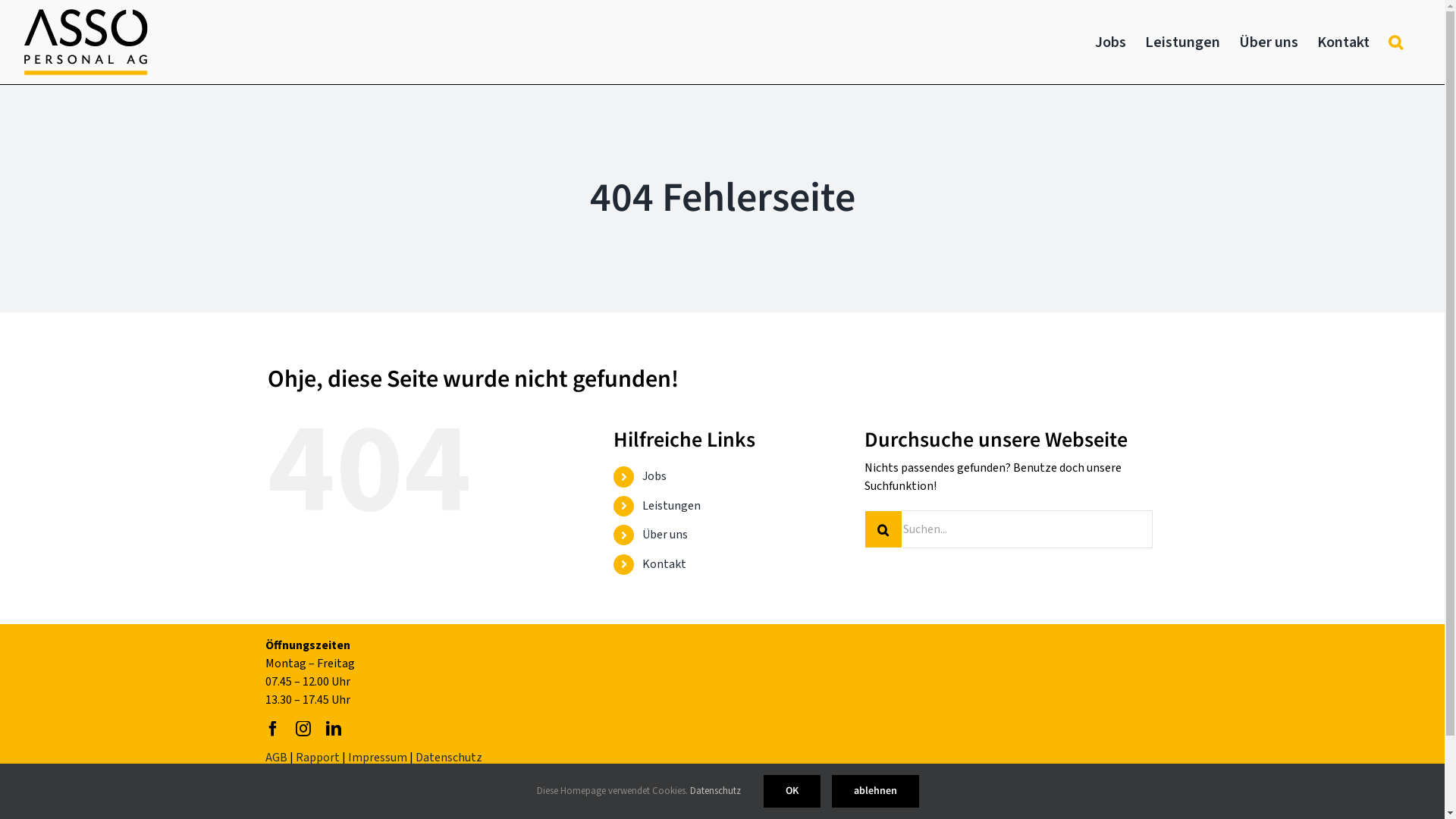 This screenshot has height=819, width=1456. I want to click on 'Impressum', so click(378, 758).